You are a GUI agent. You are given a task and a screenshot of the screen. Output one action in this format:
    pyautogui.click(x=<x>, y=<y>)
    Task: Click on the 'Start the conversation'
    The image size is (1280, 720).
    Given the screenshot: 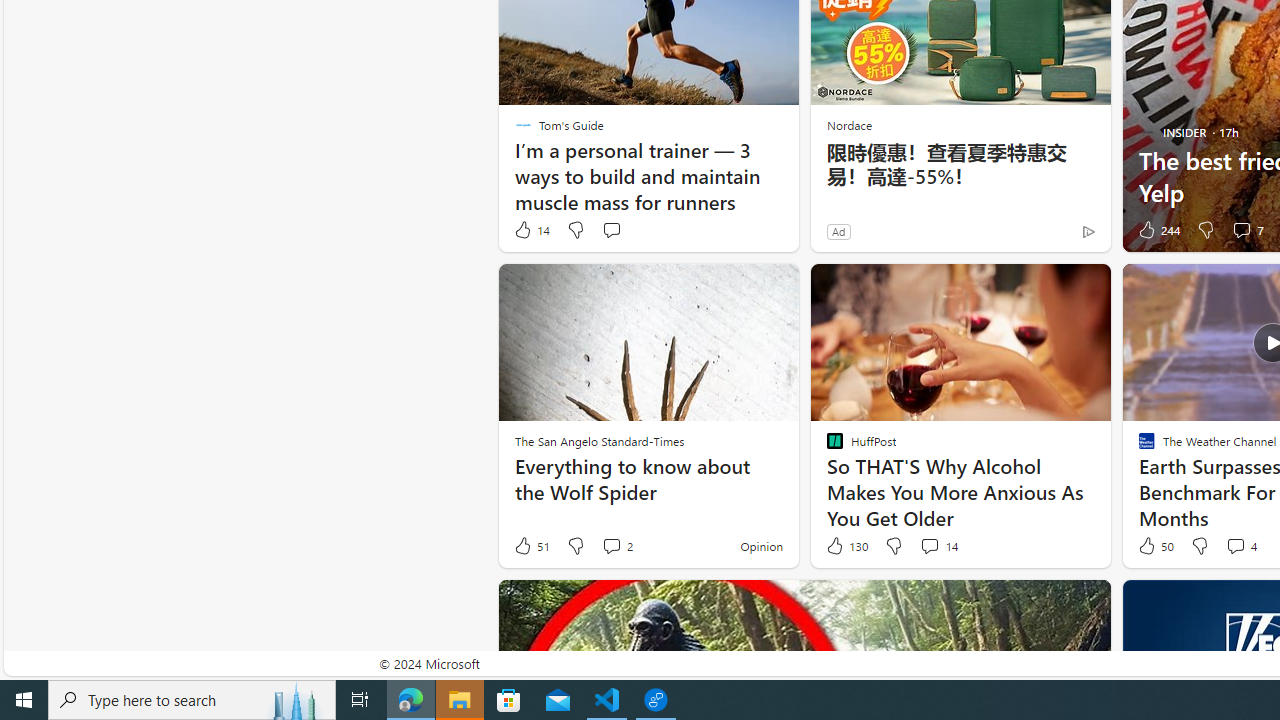 What is the action you would take?
    pyautogui.click(x=610, y=229)
    